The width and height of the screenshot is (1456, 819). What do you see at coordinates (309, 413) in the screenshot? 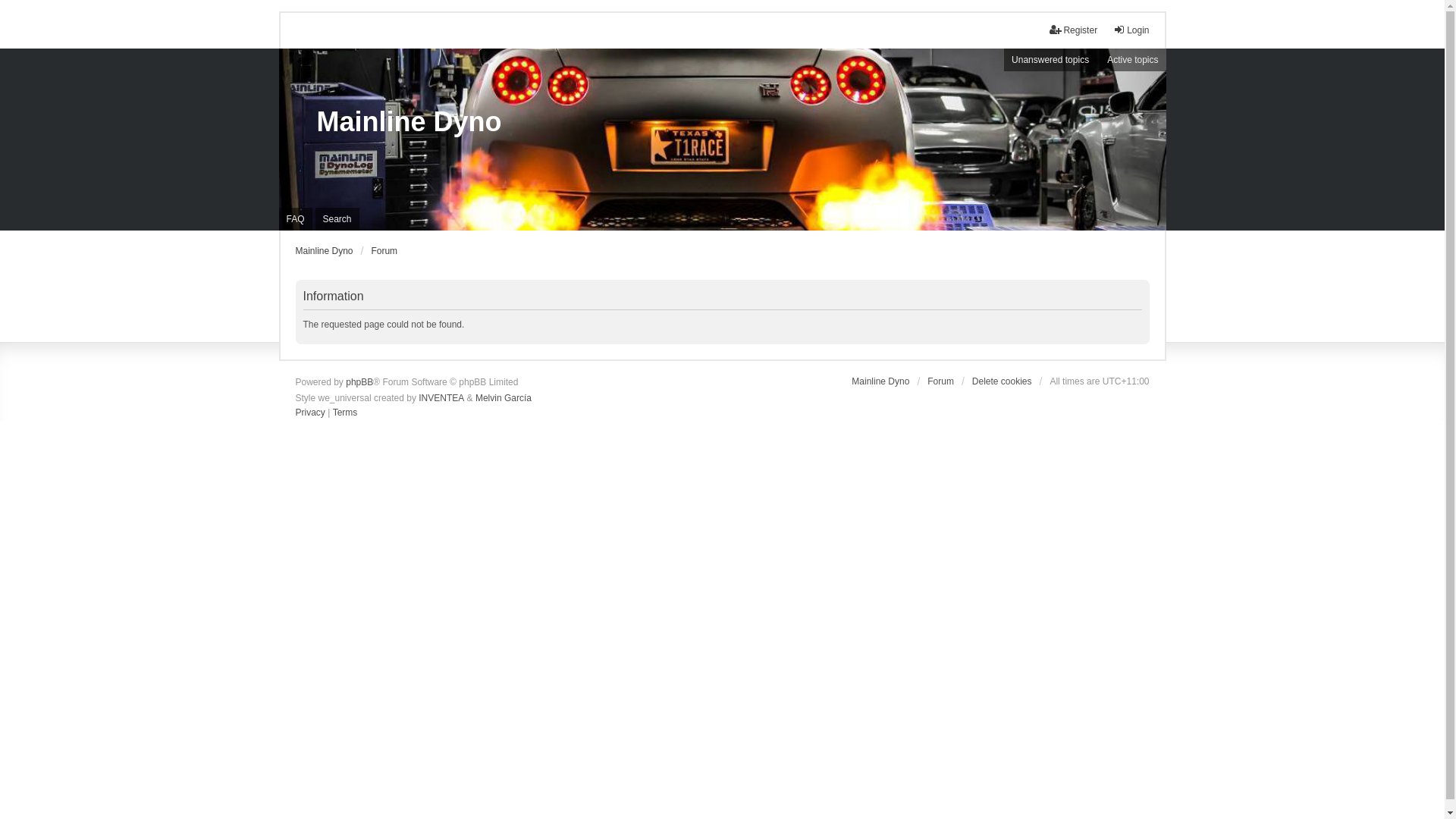
I see `'Privacy'` at bounding box center [309, 413].